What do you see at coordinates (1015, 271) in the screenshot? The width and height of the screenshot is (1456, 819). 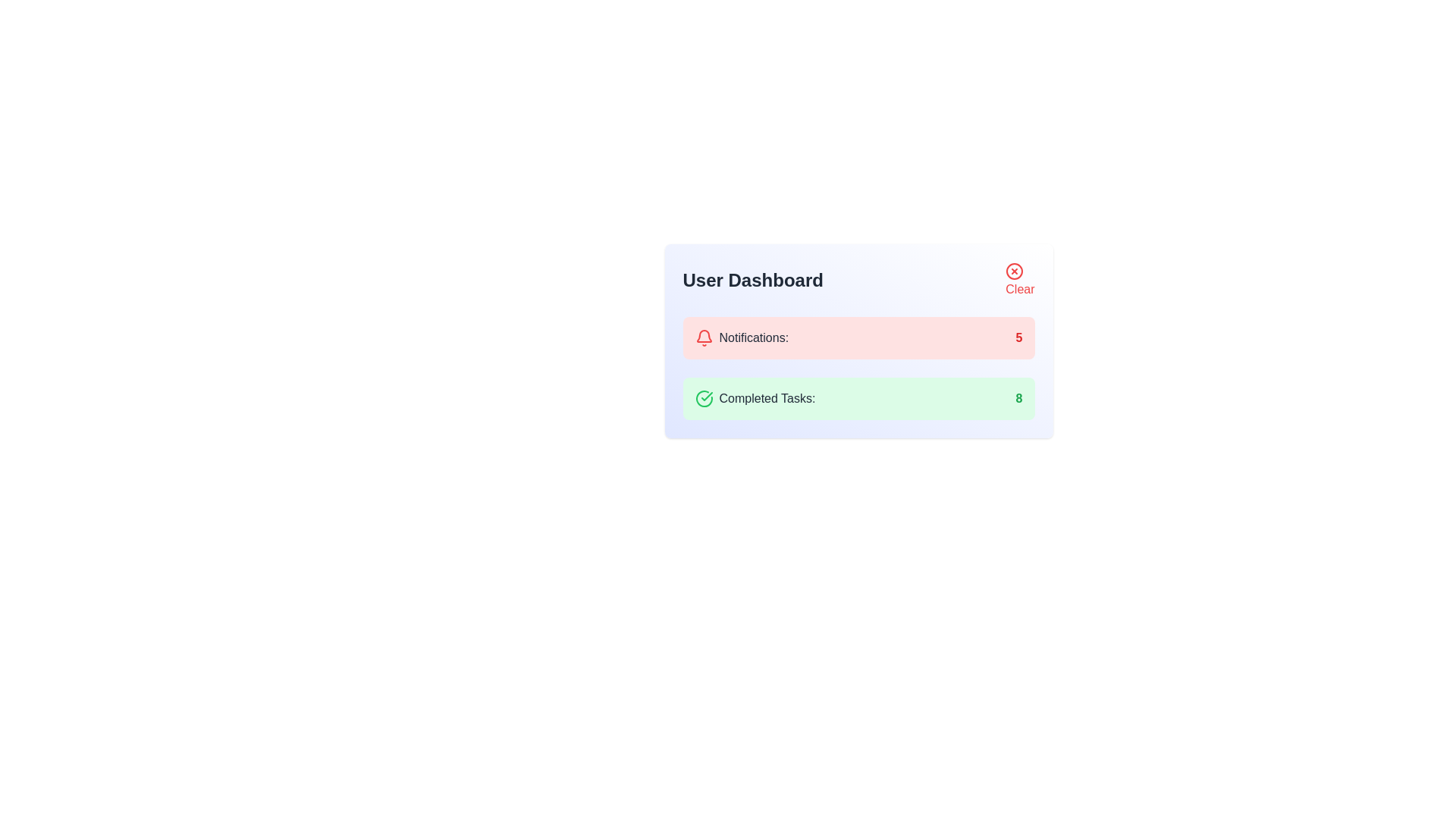 I see `the clear action icon located to the right of the 'Clear' label in the top-right corner of the user dashboard section` at bounding box center [1015, 271].